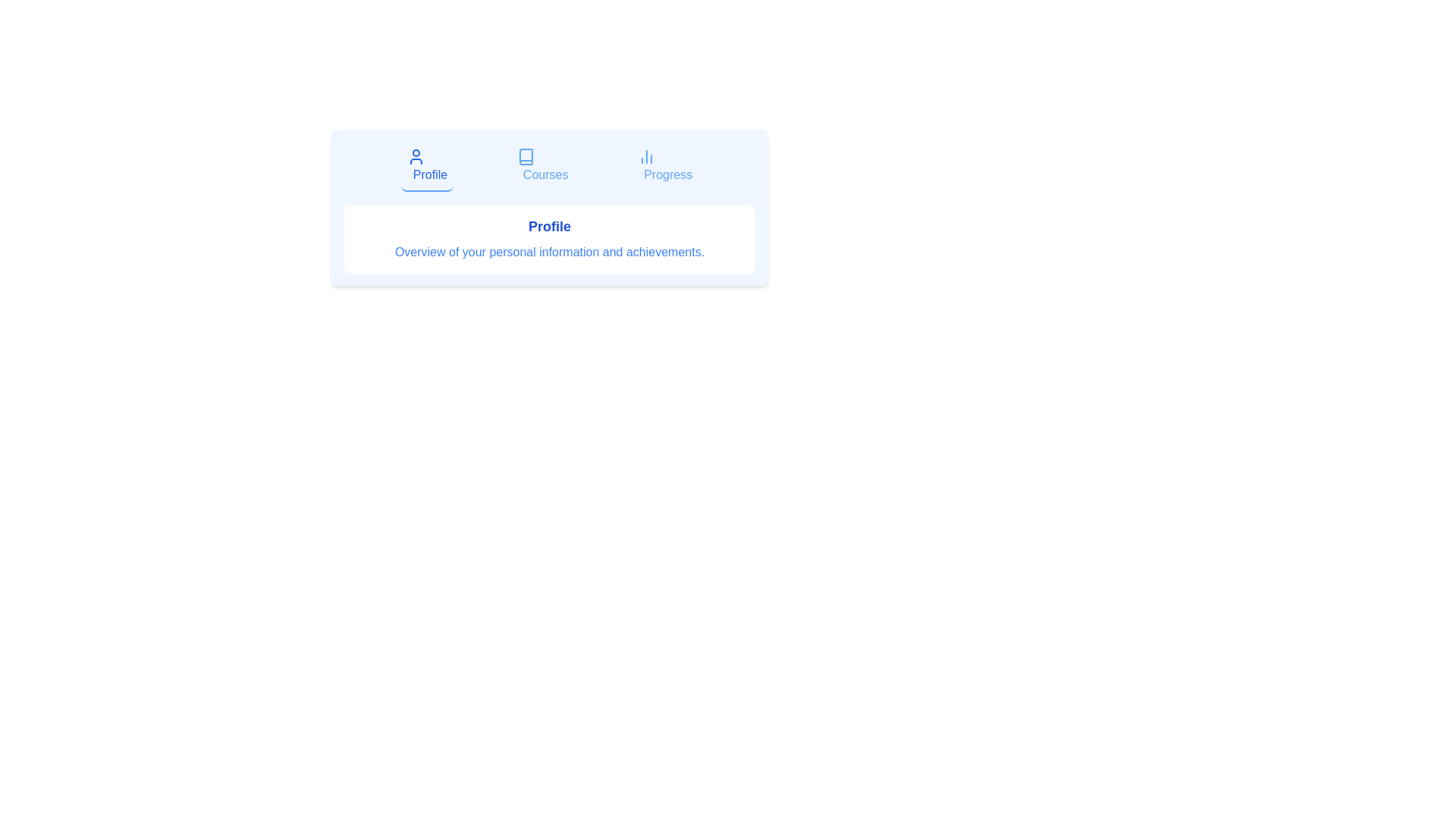 Image resolution: width=1456 pixels, height=819 pixels. Describe the element at coordinates (425, 166) in the screenshot. I see `the tab labeled Profile to switch to that tab` at that location.